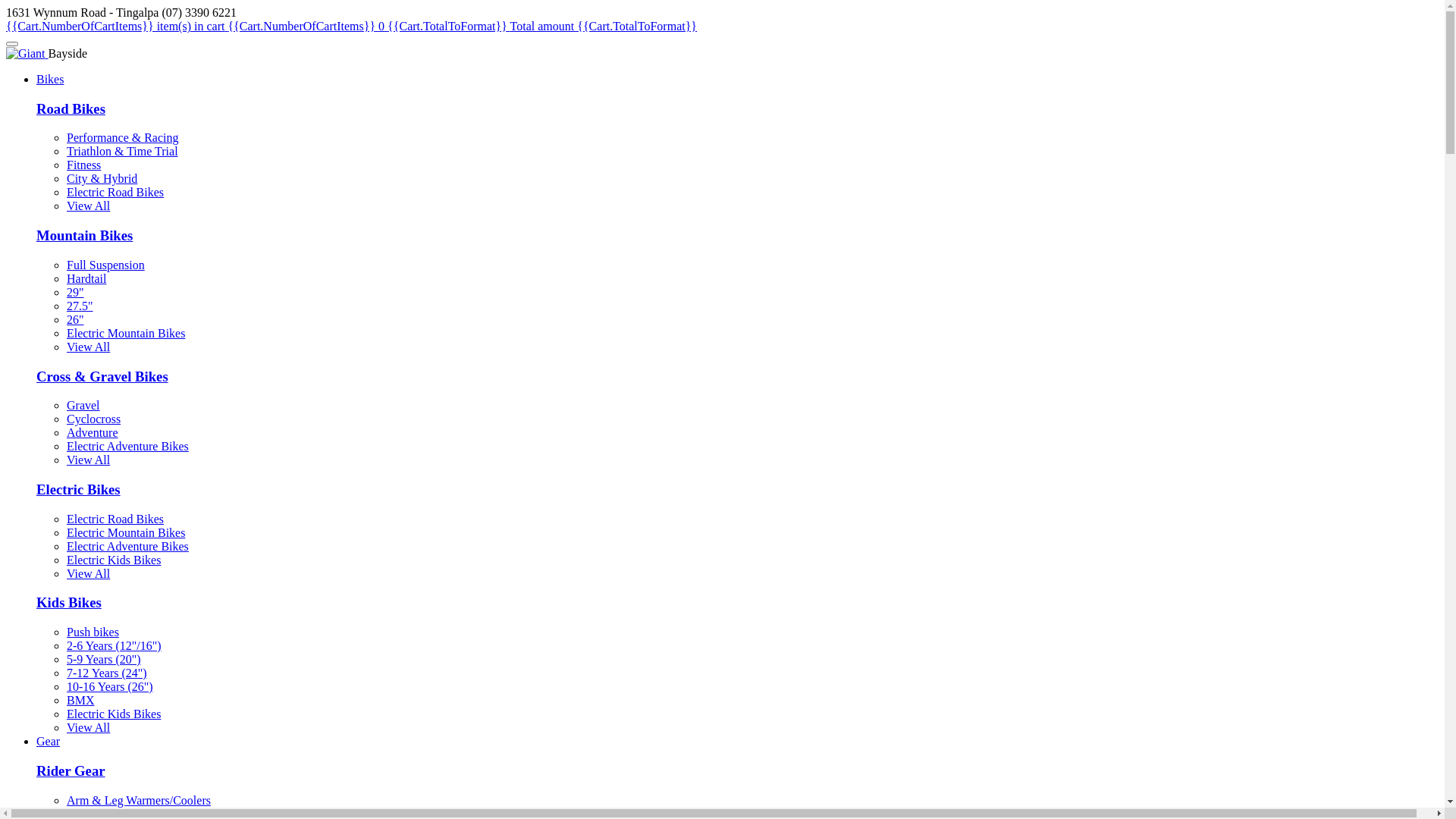 Image resolution: width=1456 pixels, height=819 pixels. Describe the element at coordinates (113, 645) in the screenshot. I see `'2-6 Years (12"/16")'` at that location.